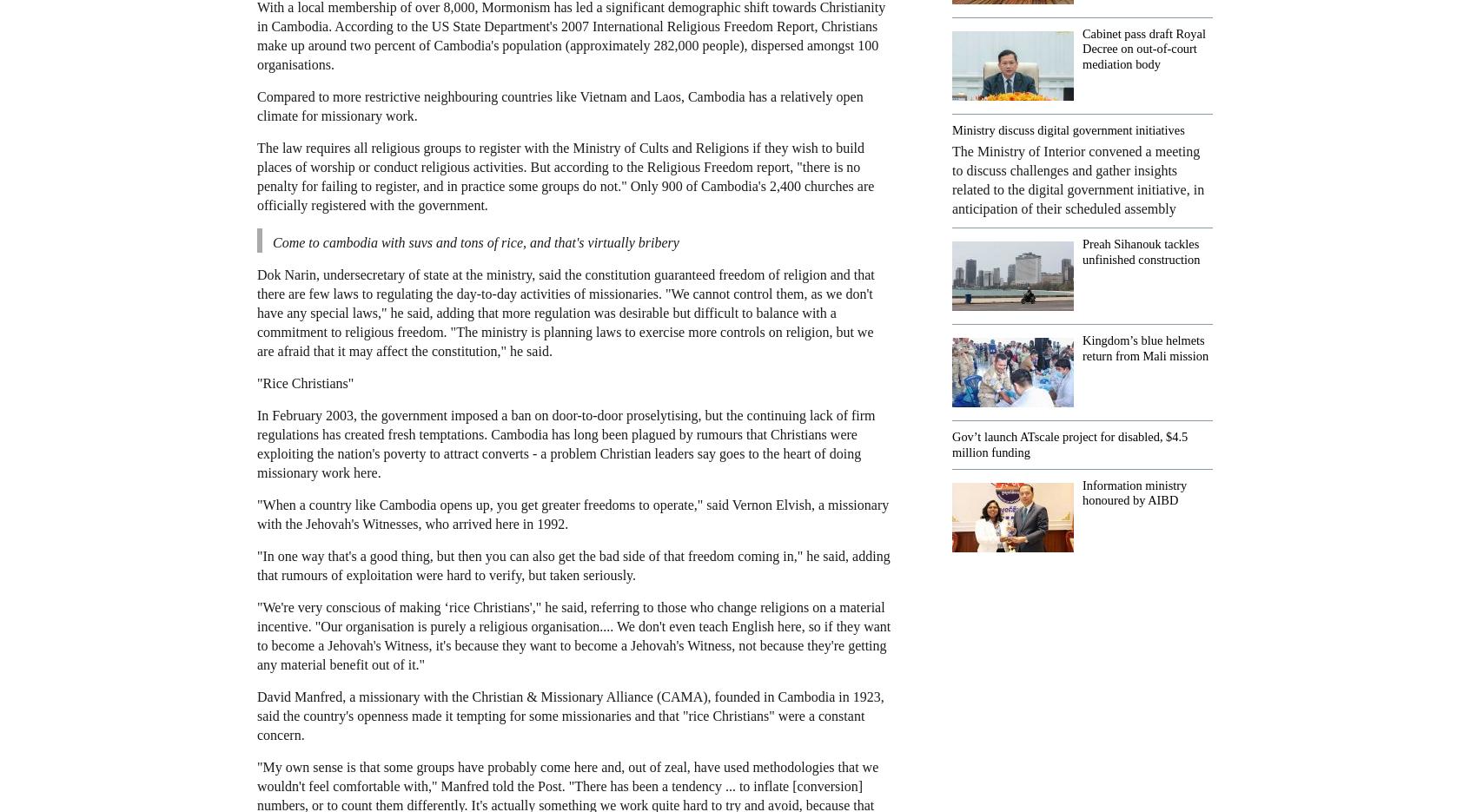  What do you see at coordinates (1140, 250) in the screenshot?
I see `'Preah Sihanouk tackles unfinished construction'` at bounding box center [1140, 250].